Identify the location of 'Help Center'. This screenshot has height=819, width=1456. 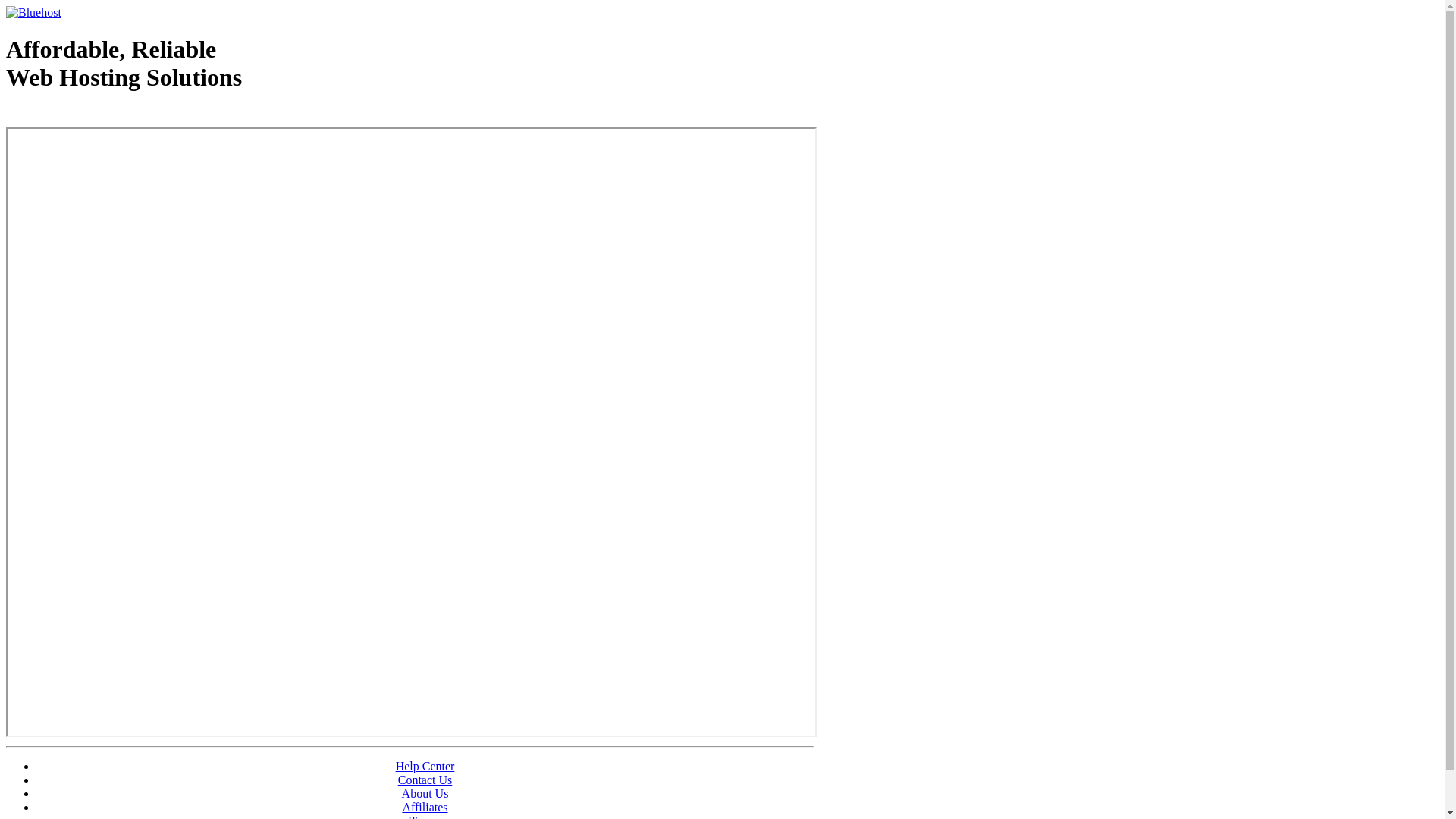
(396, 766).